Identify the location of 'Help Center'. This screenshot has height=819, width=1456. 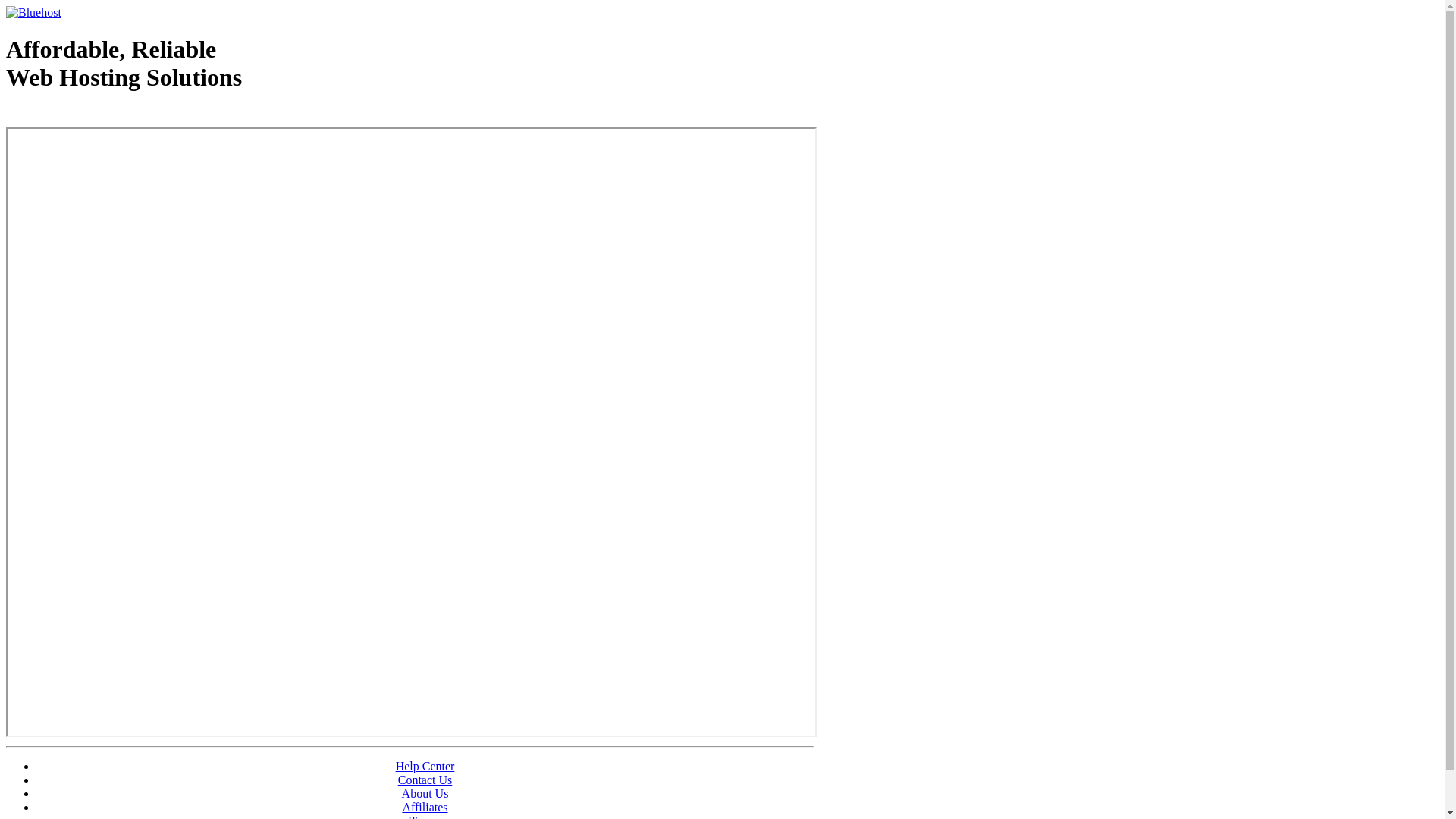
(396, 766).